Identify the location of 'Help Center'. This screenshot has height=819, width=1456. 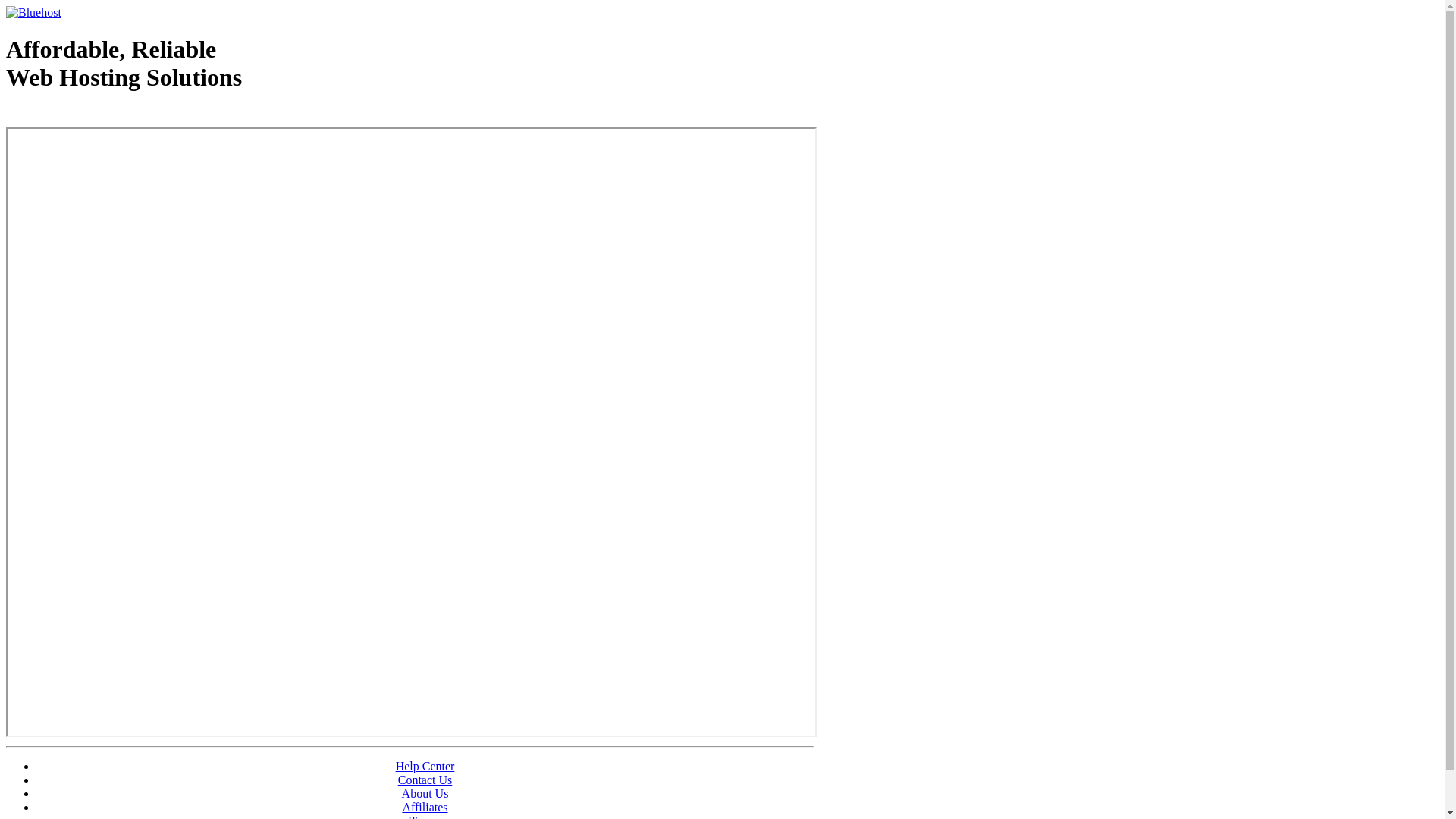
(396, 766).